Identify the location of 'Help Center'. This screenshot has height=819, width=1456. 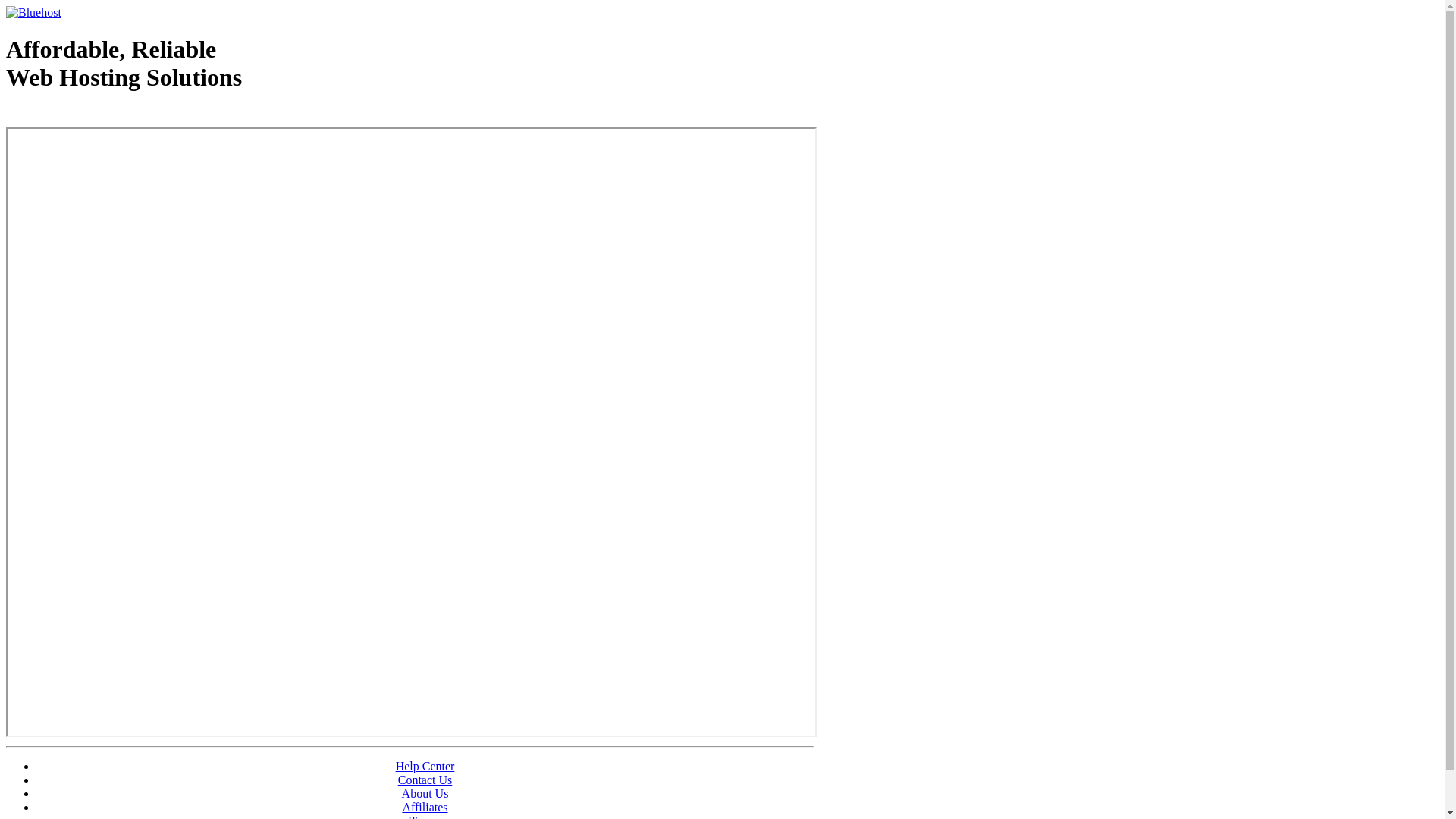
(396, 766).